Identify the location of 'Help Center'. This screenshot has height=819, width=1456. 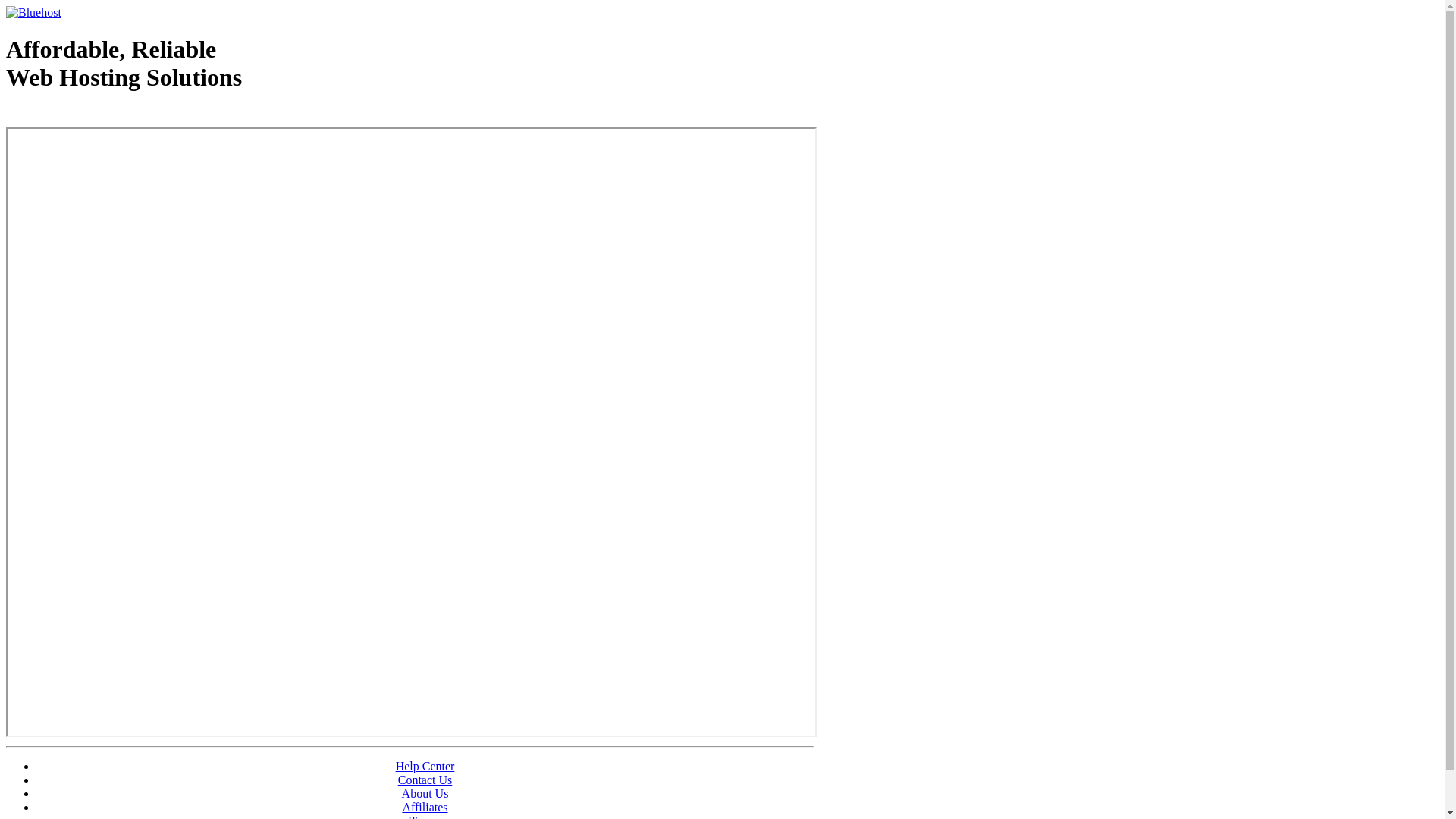
(396, 766).